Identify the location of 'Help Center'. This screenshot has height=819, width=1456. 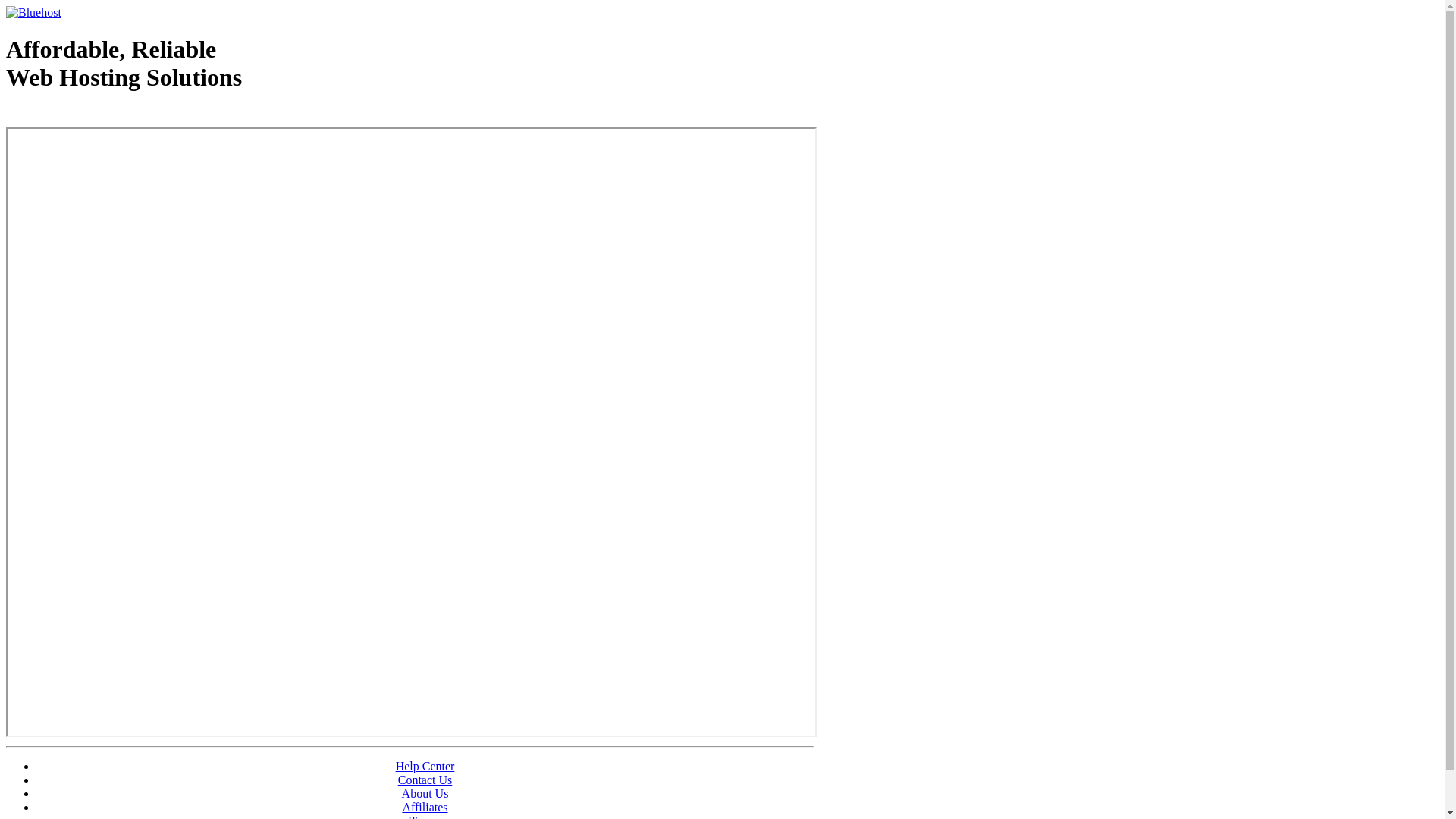
(396, 766).